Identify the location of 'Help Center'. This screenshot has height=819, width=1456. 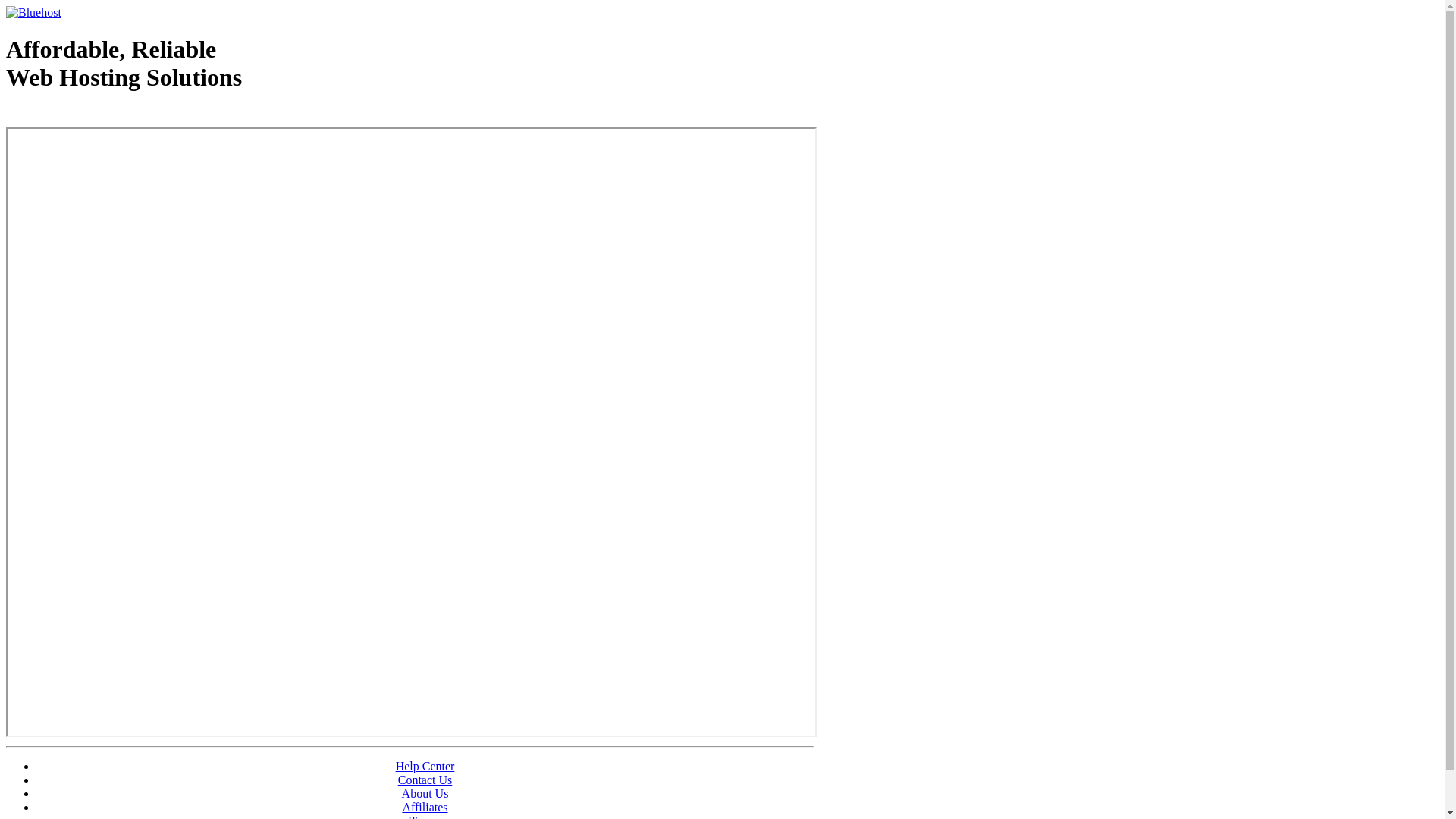
(396, 766).